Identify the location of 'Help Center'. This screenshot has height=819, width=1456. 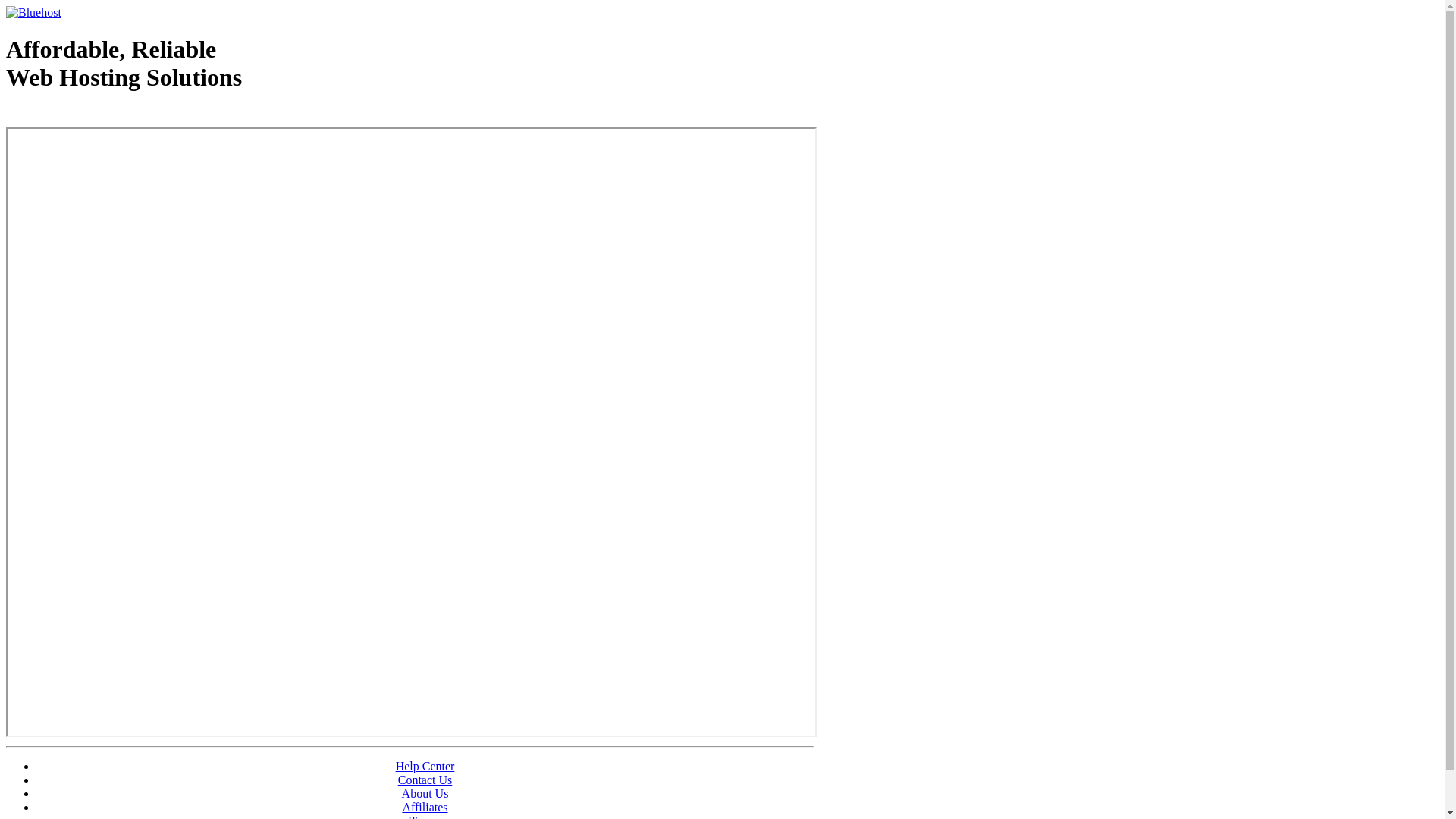
(396, 766).